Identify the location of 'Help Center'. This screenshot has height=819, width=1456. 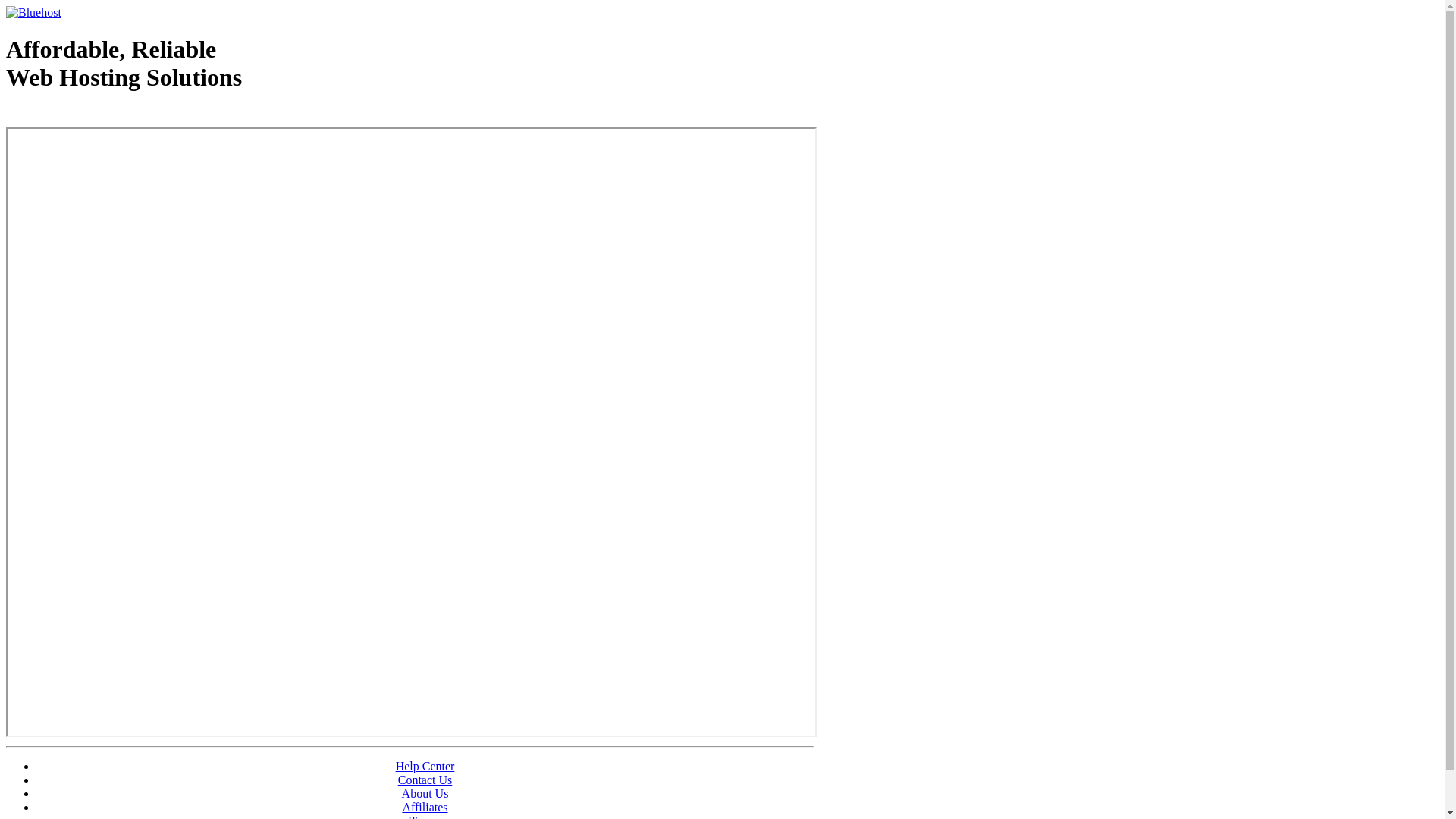
(396, 766).